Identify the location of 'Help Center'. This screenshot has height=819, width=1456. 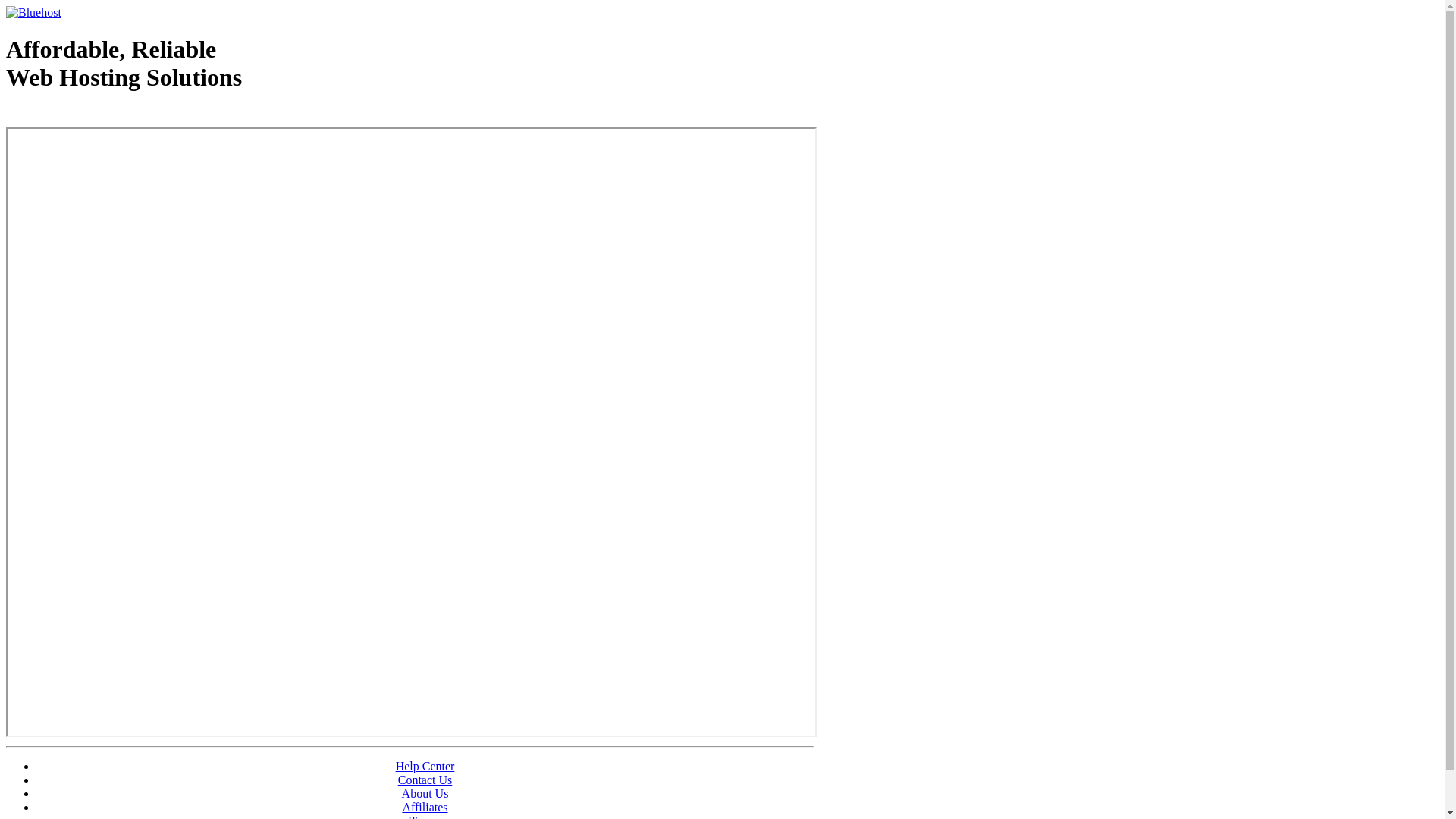
(396, 766).